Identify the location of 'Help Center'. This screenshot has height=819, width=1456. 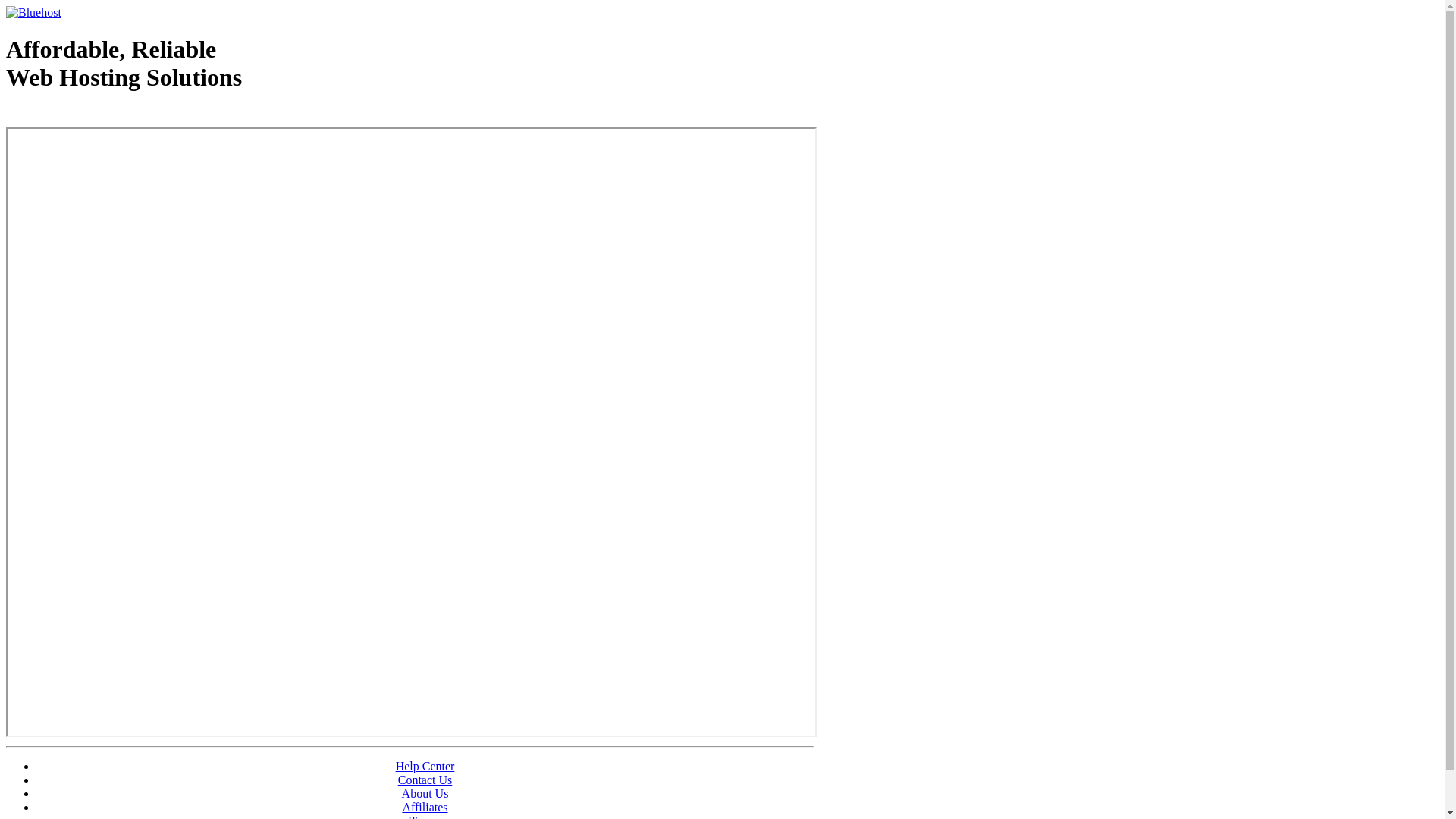
(396, 766).